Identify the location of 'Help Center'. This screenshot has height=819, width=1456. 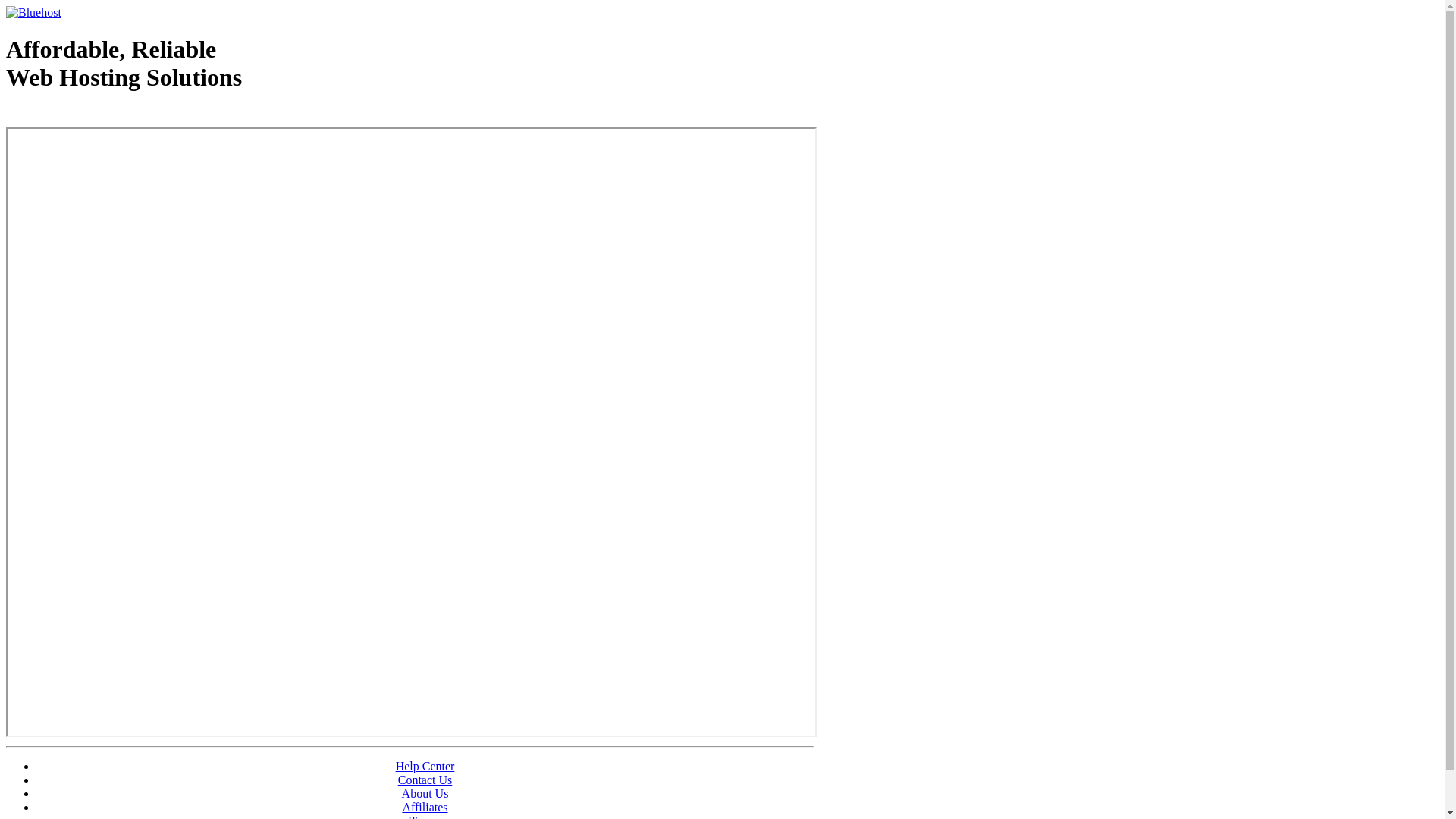
(396, 766).